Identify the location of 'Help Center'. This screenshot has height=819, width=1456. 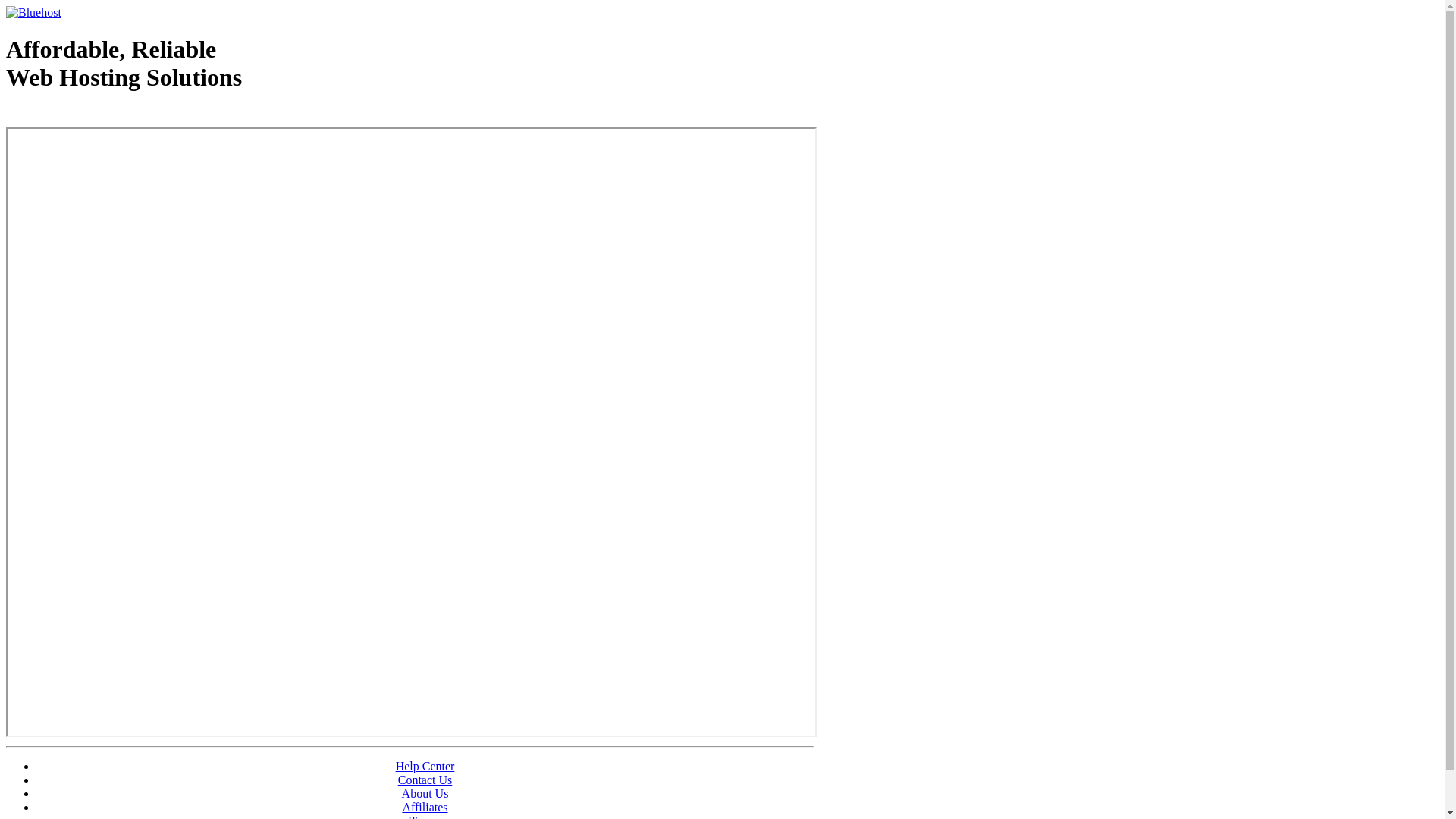
(396, 766).